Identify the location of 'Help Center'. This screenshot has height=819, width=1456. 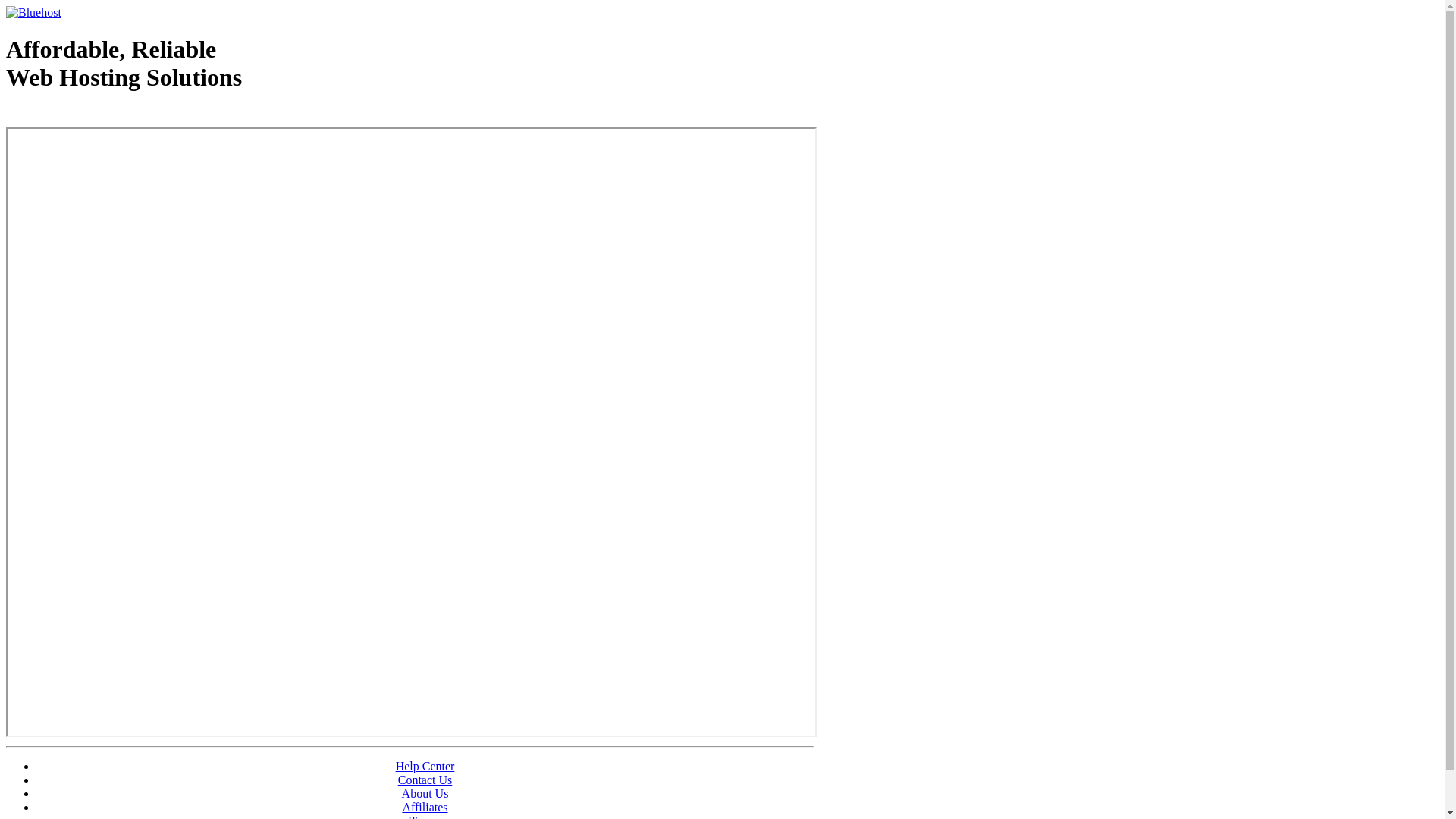
(396, 766).